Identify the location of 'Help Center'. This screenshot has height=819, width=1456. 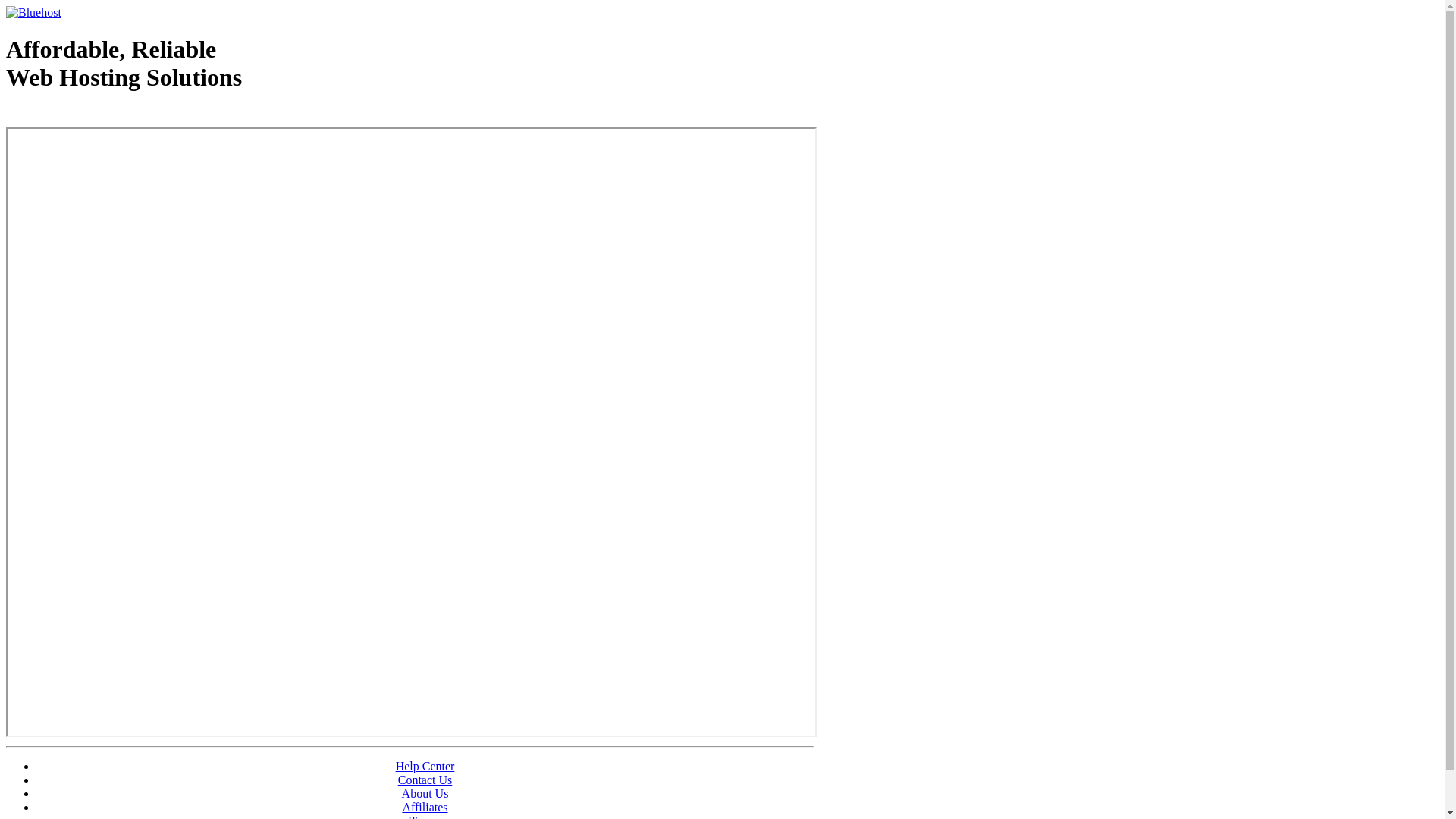
(396, 766).